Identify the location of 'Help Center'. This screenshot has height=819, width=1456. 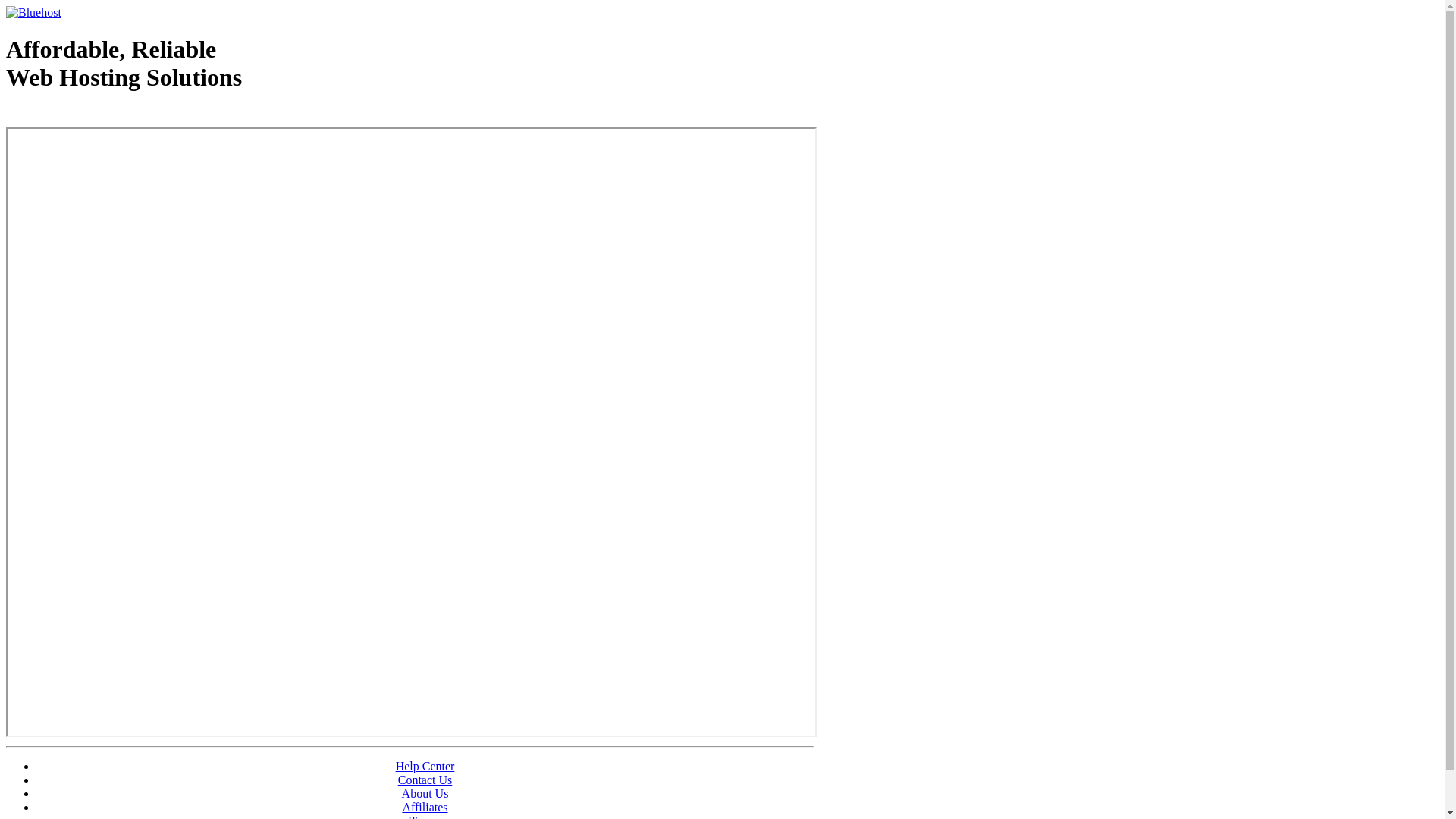
(396, 766).